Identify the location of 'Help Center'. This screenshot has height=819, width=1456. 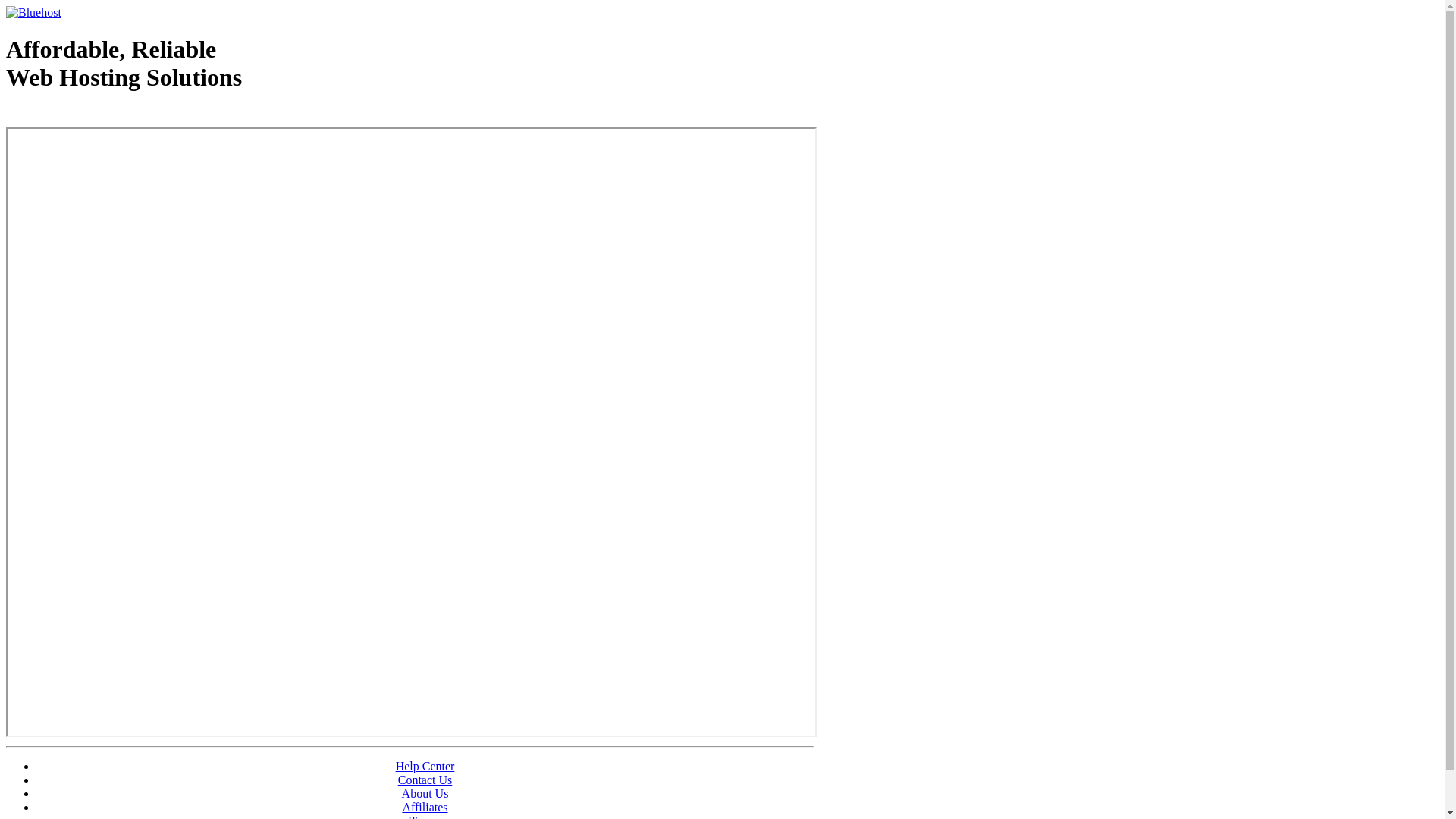
(396, 766).